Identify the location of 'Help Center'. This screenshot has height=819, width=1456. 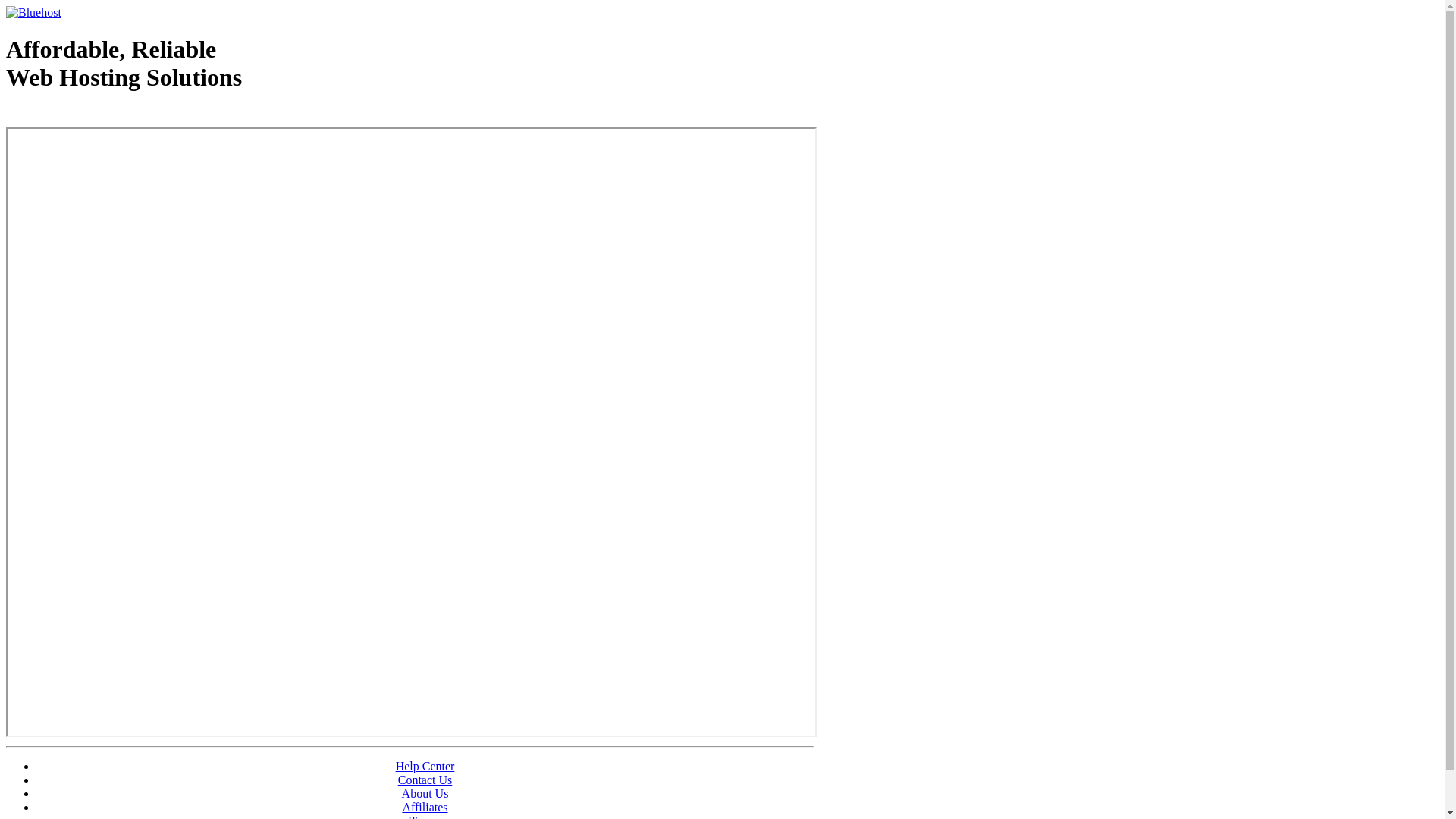
(396, 766).